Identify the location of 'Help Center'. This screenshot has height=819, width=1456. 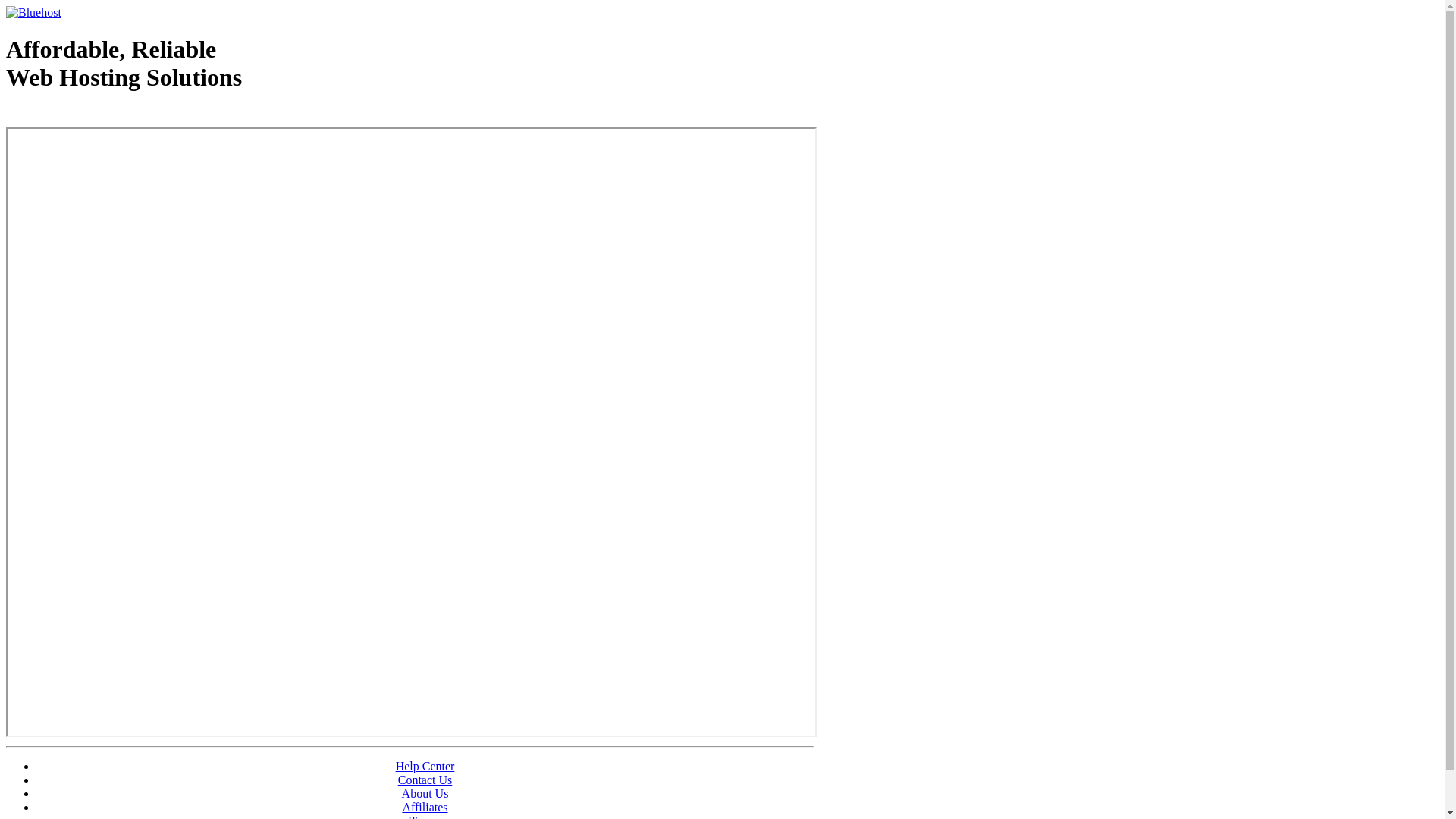
(396, 766).